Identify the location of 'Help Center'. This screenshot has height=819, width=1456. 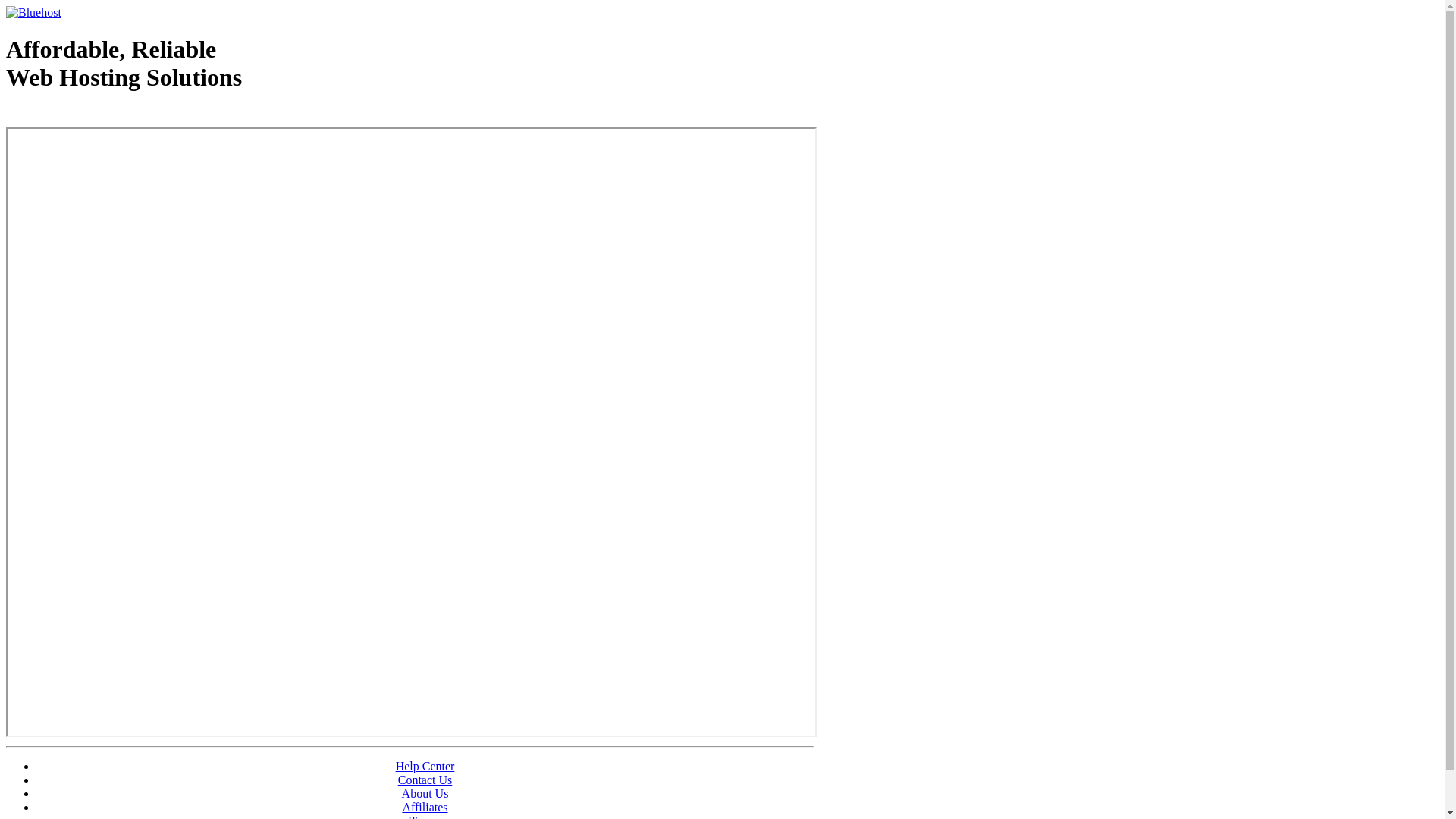
(396, 766).